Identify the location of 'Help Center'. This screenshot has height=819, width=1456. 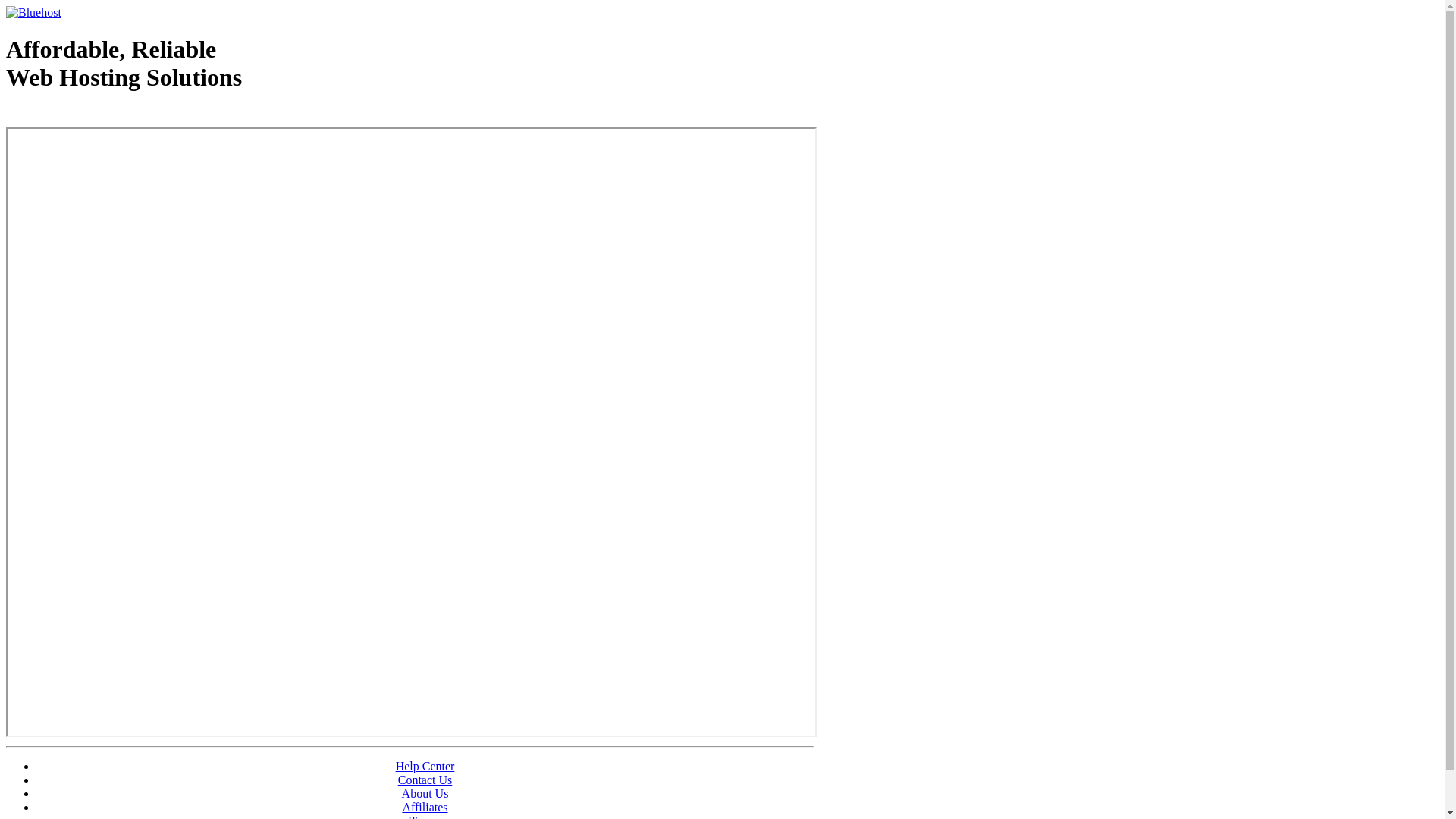
(396, 766).